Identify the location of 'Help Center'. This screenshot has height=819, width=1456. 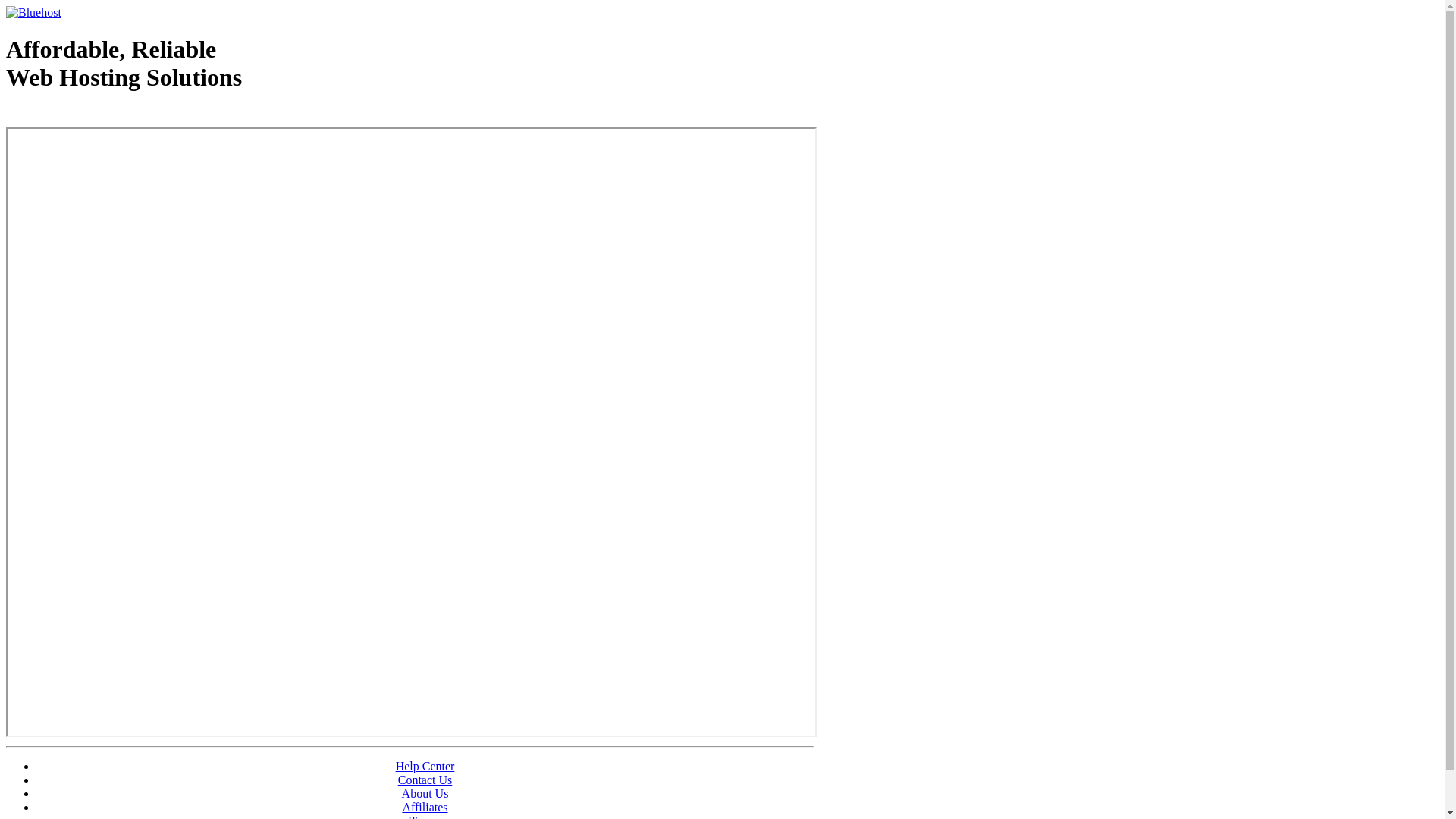
(396, 766).